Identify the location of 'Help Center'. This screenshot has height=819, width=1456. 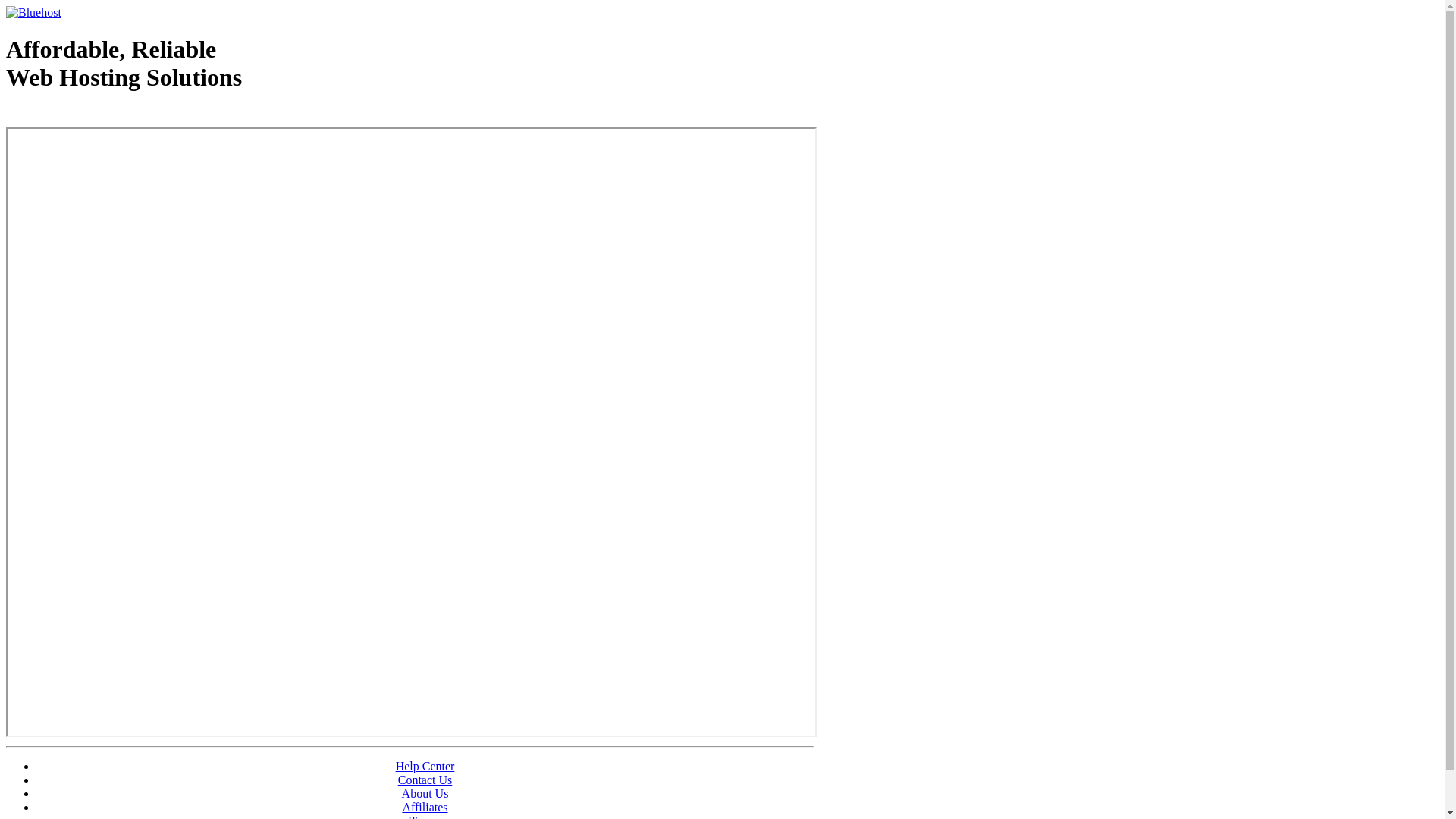
(396, 766).